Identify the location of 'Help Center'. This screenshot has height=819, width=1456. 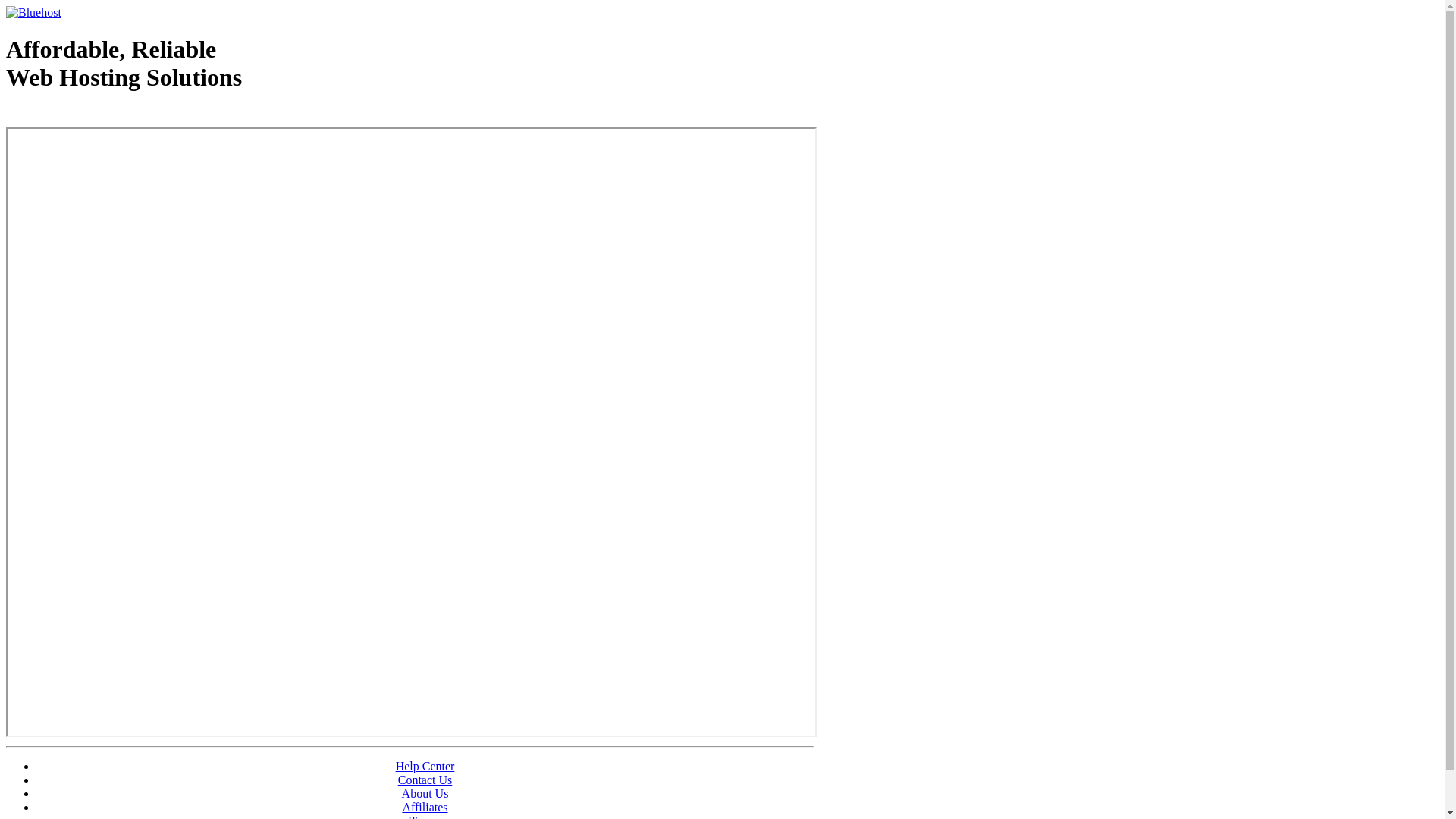
(396, 766).